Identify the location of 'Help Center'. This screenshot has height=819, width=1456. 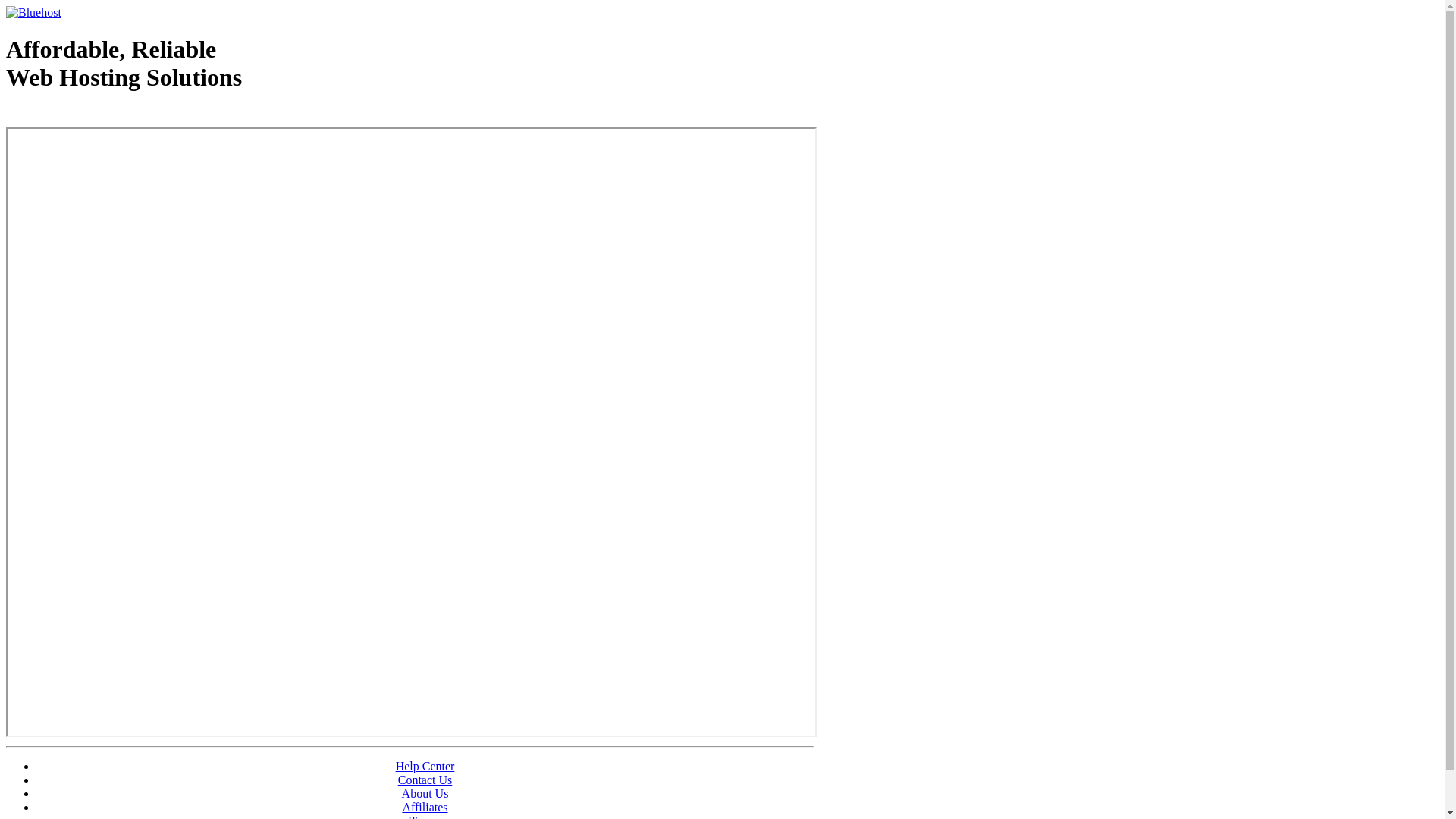
(396, 766).